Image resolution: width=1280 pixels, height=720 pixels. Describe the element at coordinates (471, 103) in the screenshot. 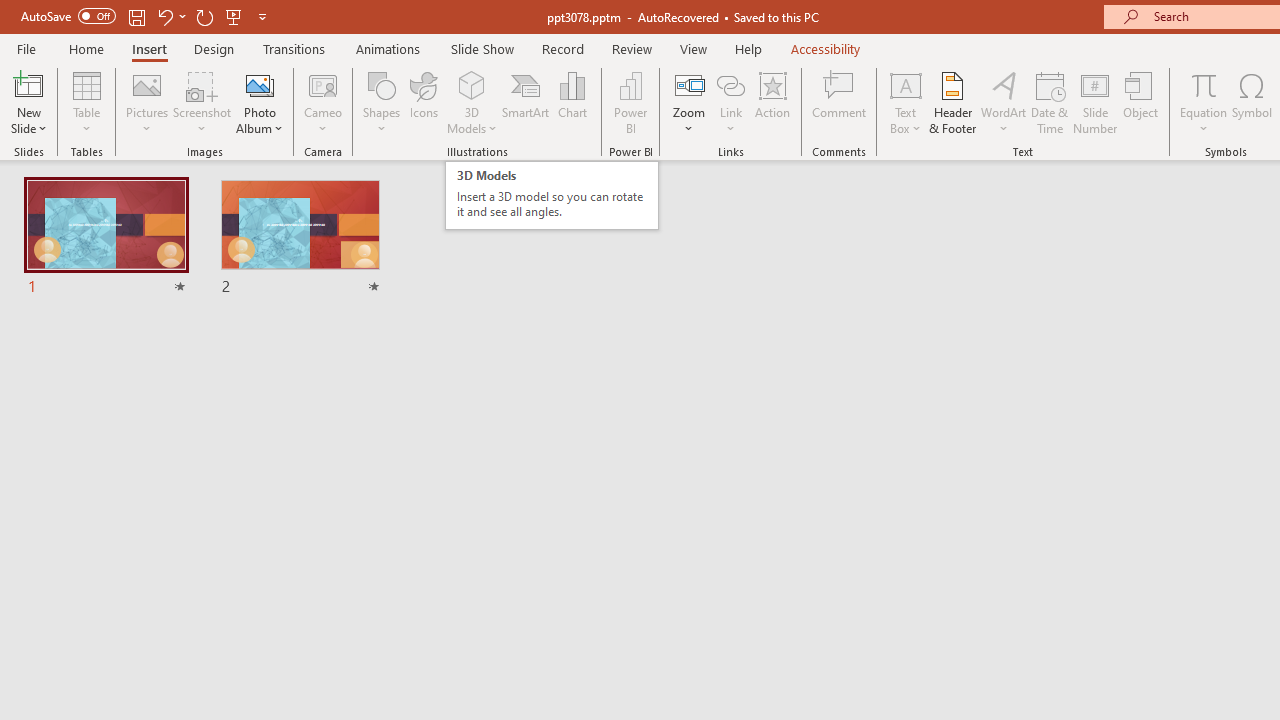

I see `'3D Models'` at that location.